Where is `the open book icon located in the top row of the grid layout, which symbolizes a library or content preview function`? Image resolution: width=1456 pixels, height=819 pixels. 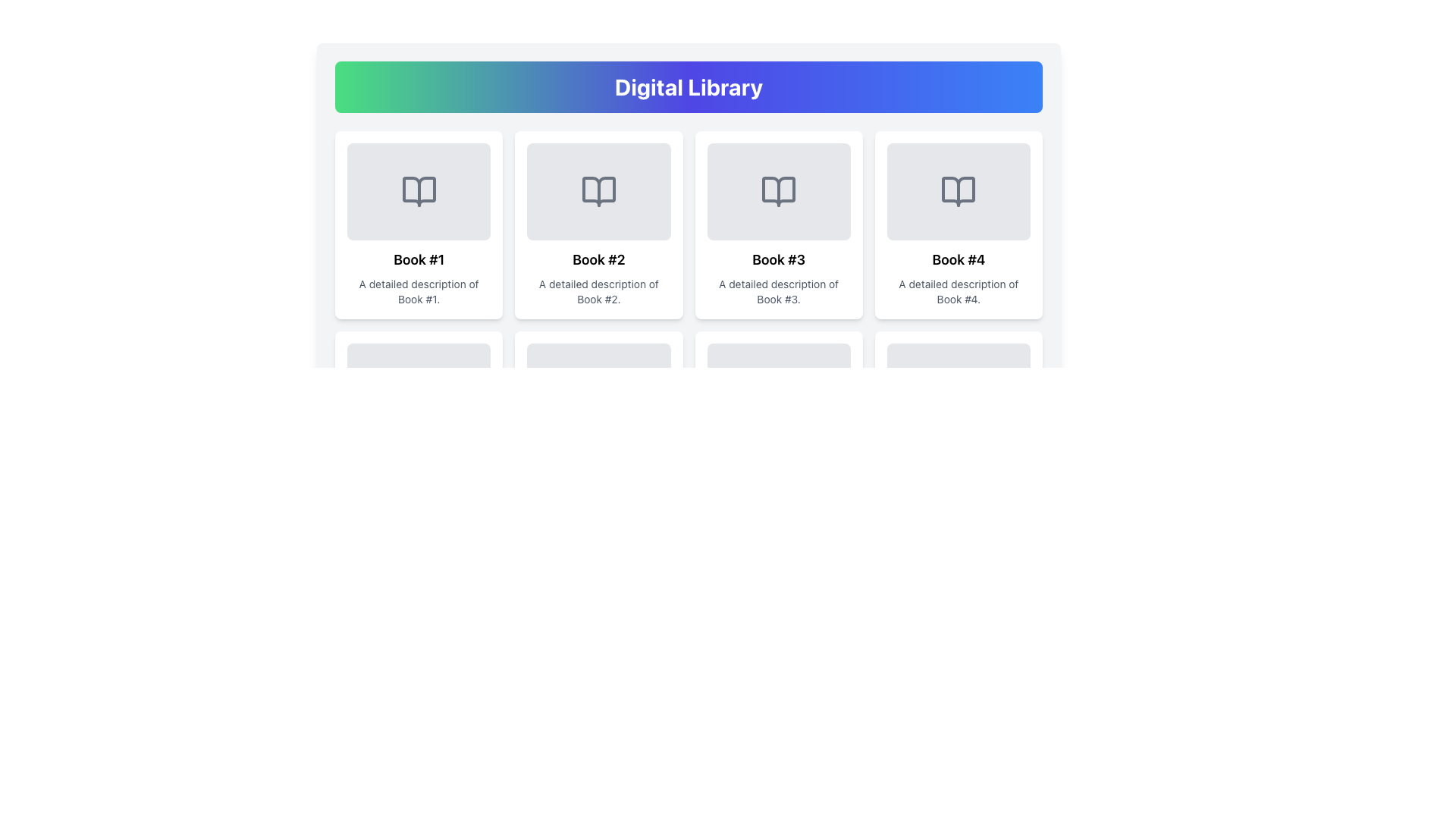
the open book icon located in the top row of the grid layout, which symbolizes a library or content preview function is located at coordinates (419, 191).